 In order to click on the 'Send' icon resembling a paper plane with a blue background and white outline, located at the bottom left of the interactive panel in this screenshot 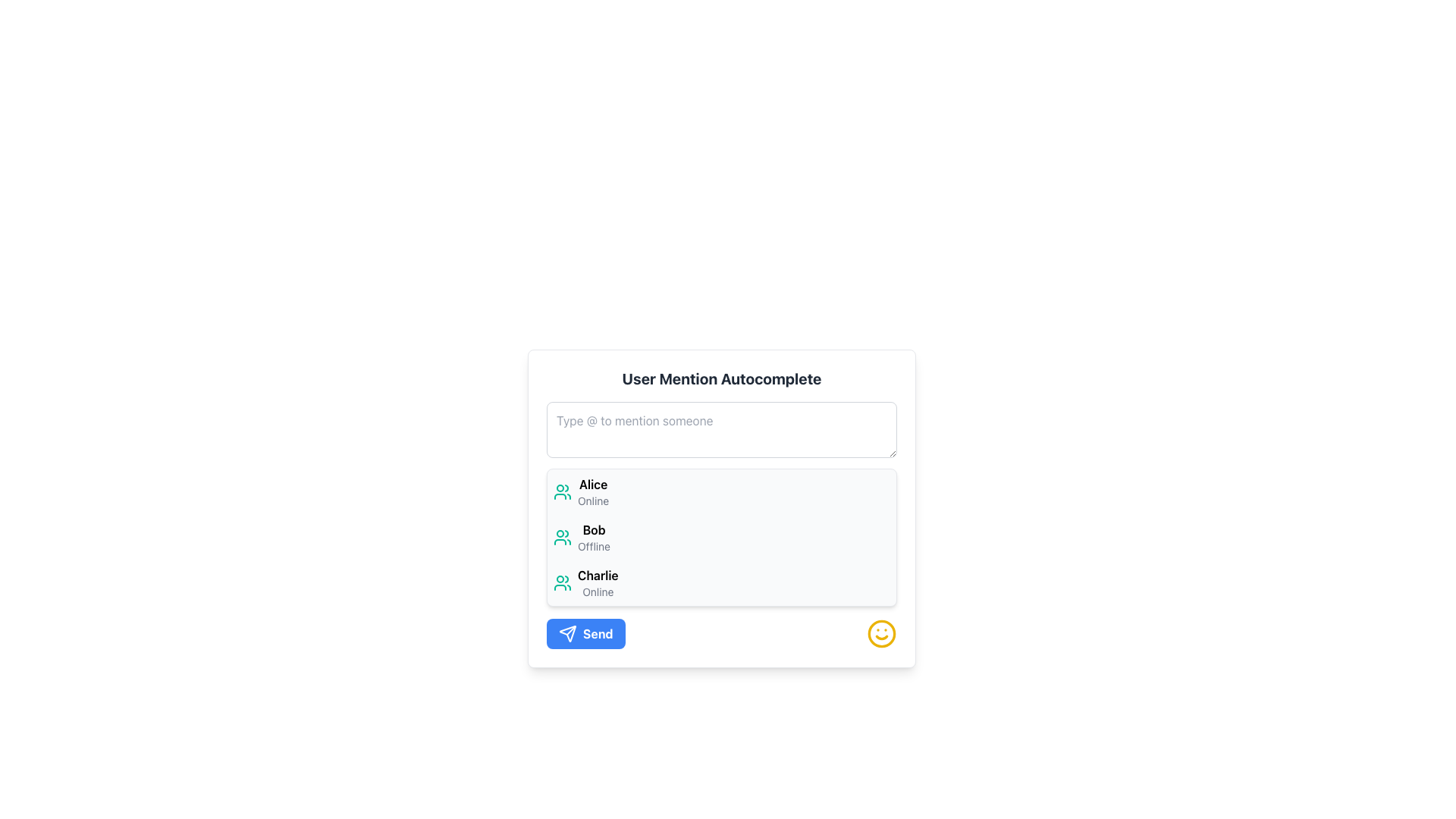, I will do `click(566, 634)`.